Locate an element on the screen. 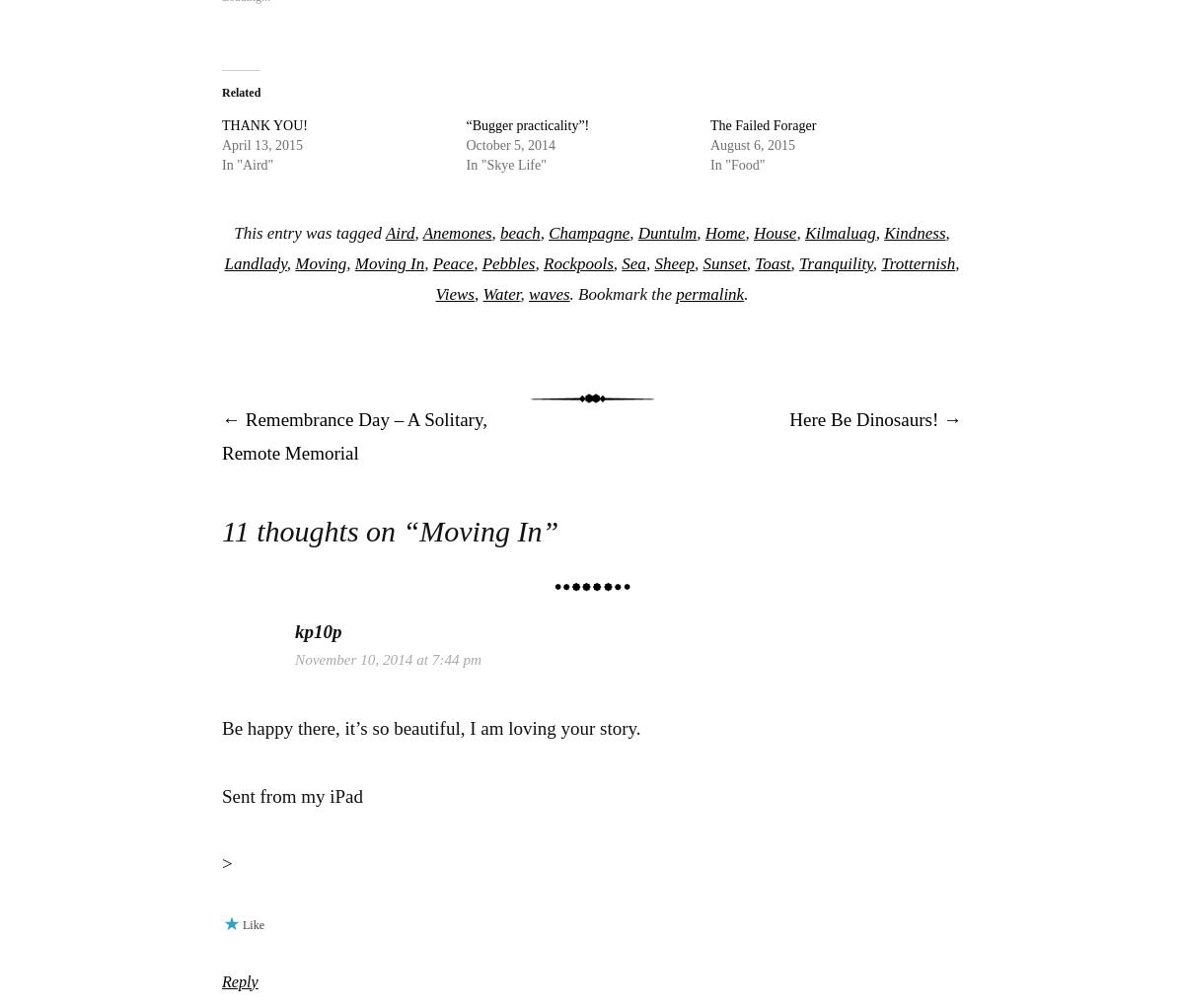 Image resolution: width=1184 pixels, height=1008 pixels. 'Home' is located at coordinates (724, 232).